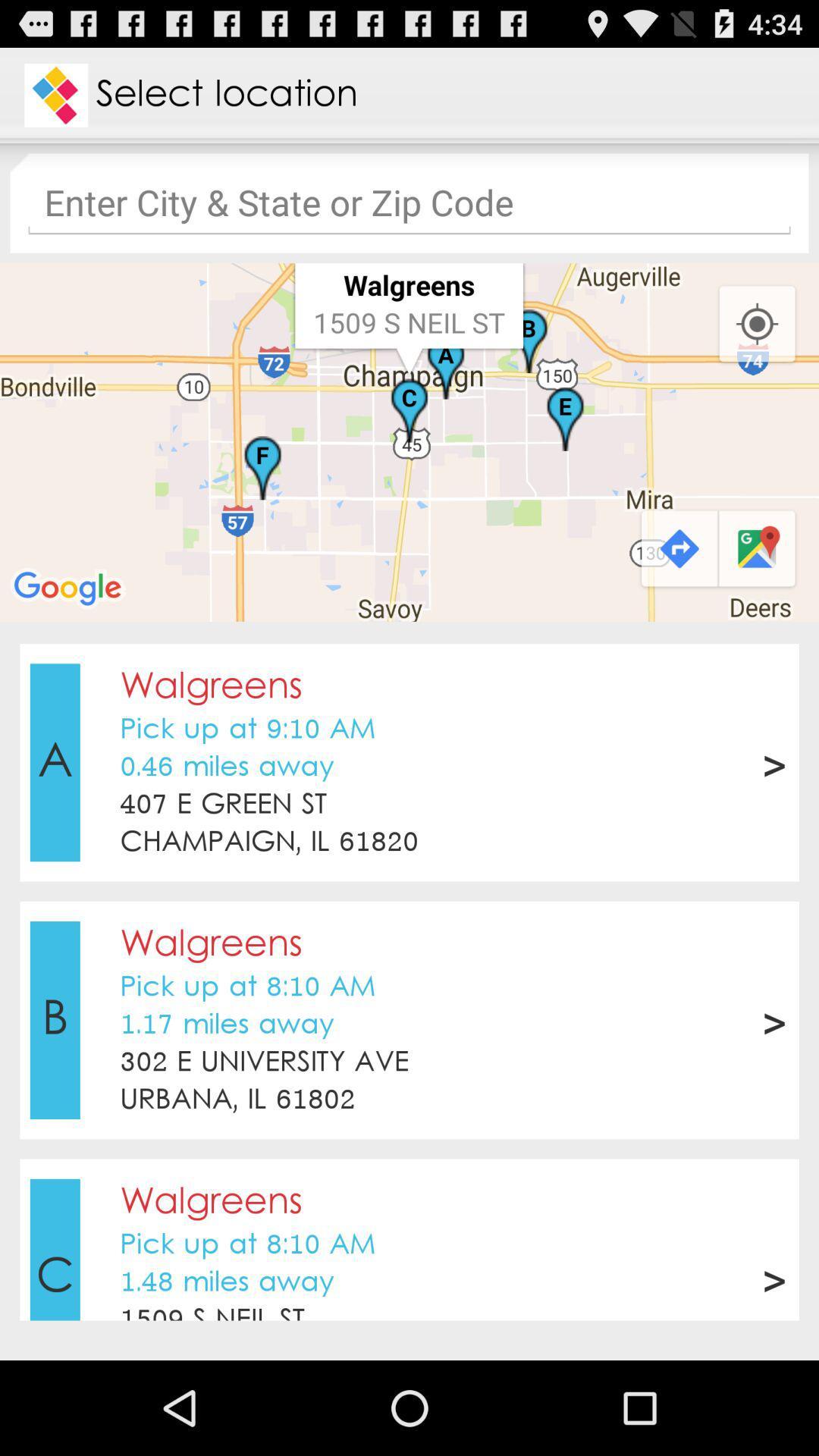 This screenshot has width=819, height=1456. I want to click on 302 e university icon, so click(263, 1062).